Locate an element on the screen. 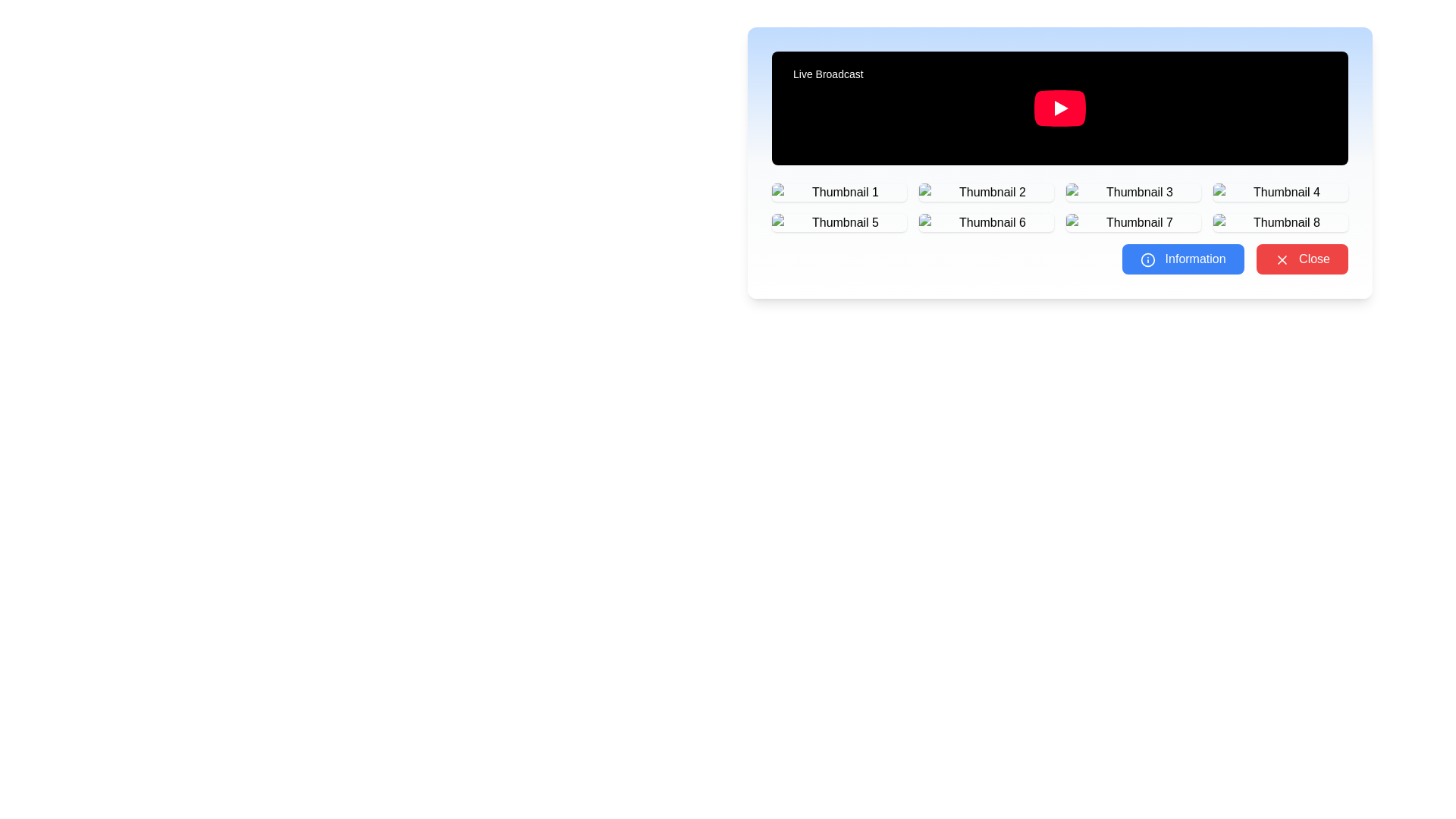 The image size is (1456, 819). the red 'Close' button with rounded corners and an 'X' icon to its left is located at coordinates (1301, 259).